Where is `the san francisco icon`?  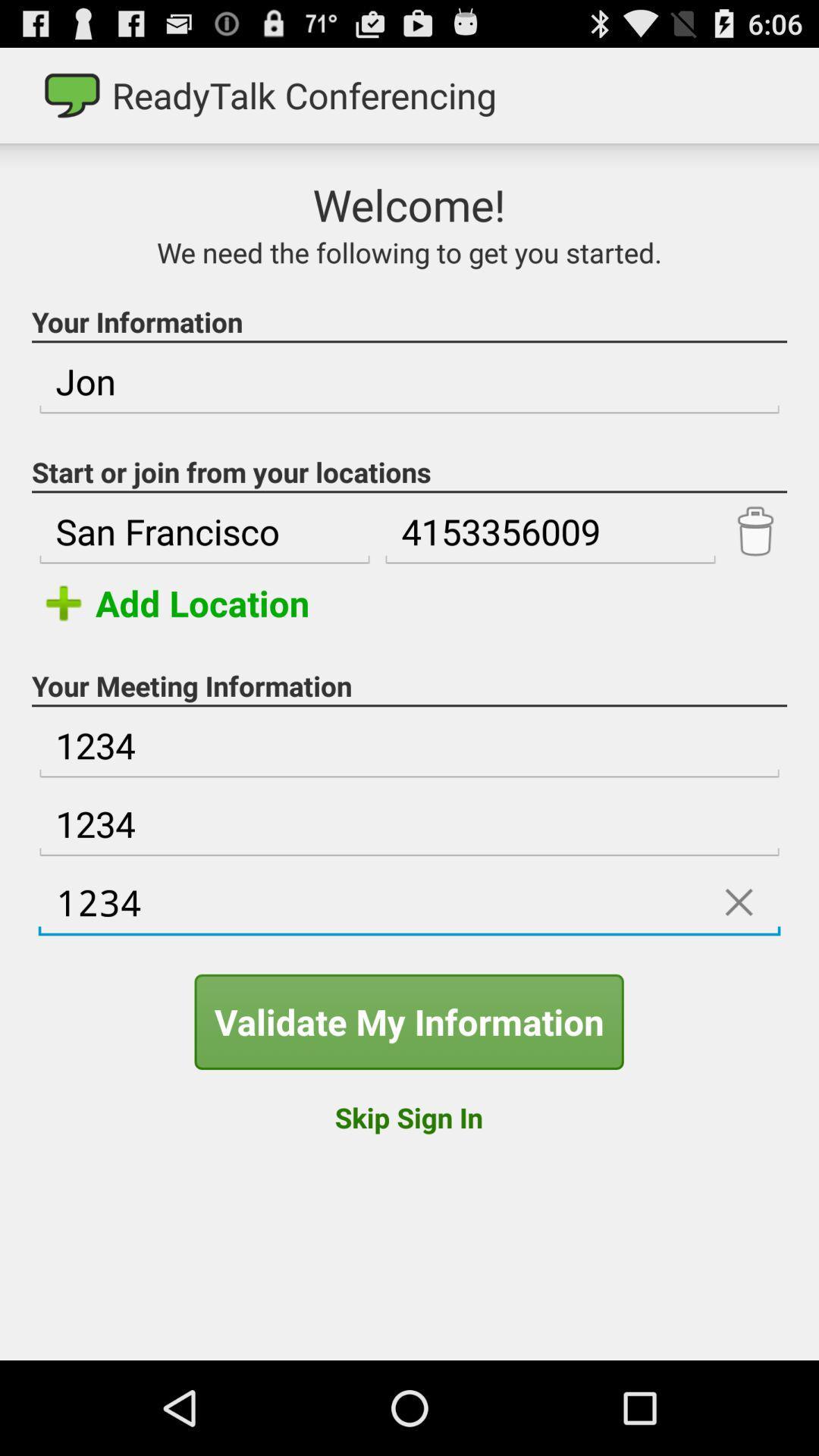 the san francisco icon is located at coordinates (205, 532).